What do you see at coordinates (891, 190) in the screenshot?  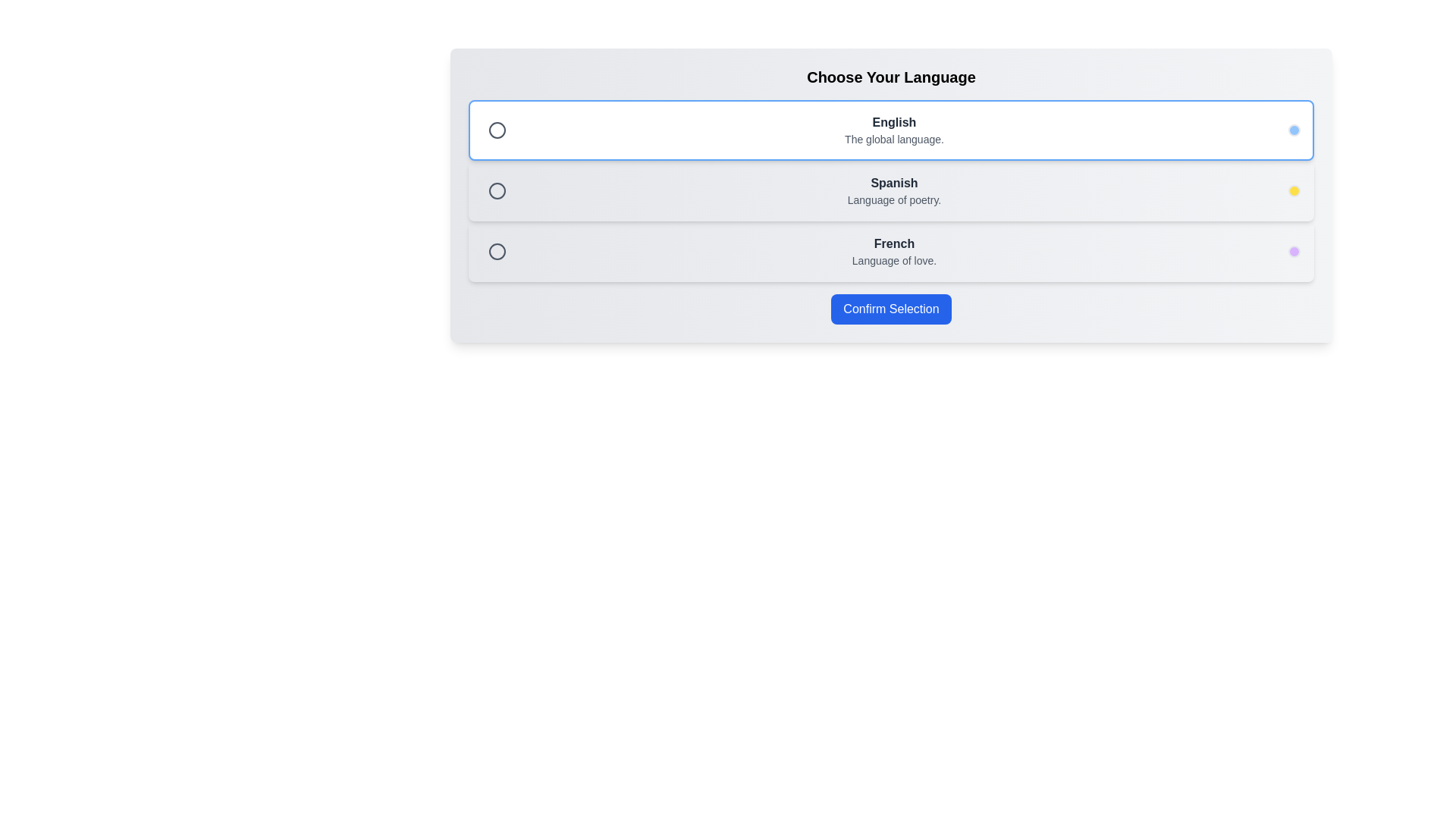 I see `the second option in the language selection list, labeled 'Spanish'` at bounding box center [891, 190].